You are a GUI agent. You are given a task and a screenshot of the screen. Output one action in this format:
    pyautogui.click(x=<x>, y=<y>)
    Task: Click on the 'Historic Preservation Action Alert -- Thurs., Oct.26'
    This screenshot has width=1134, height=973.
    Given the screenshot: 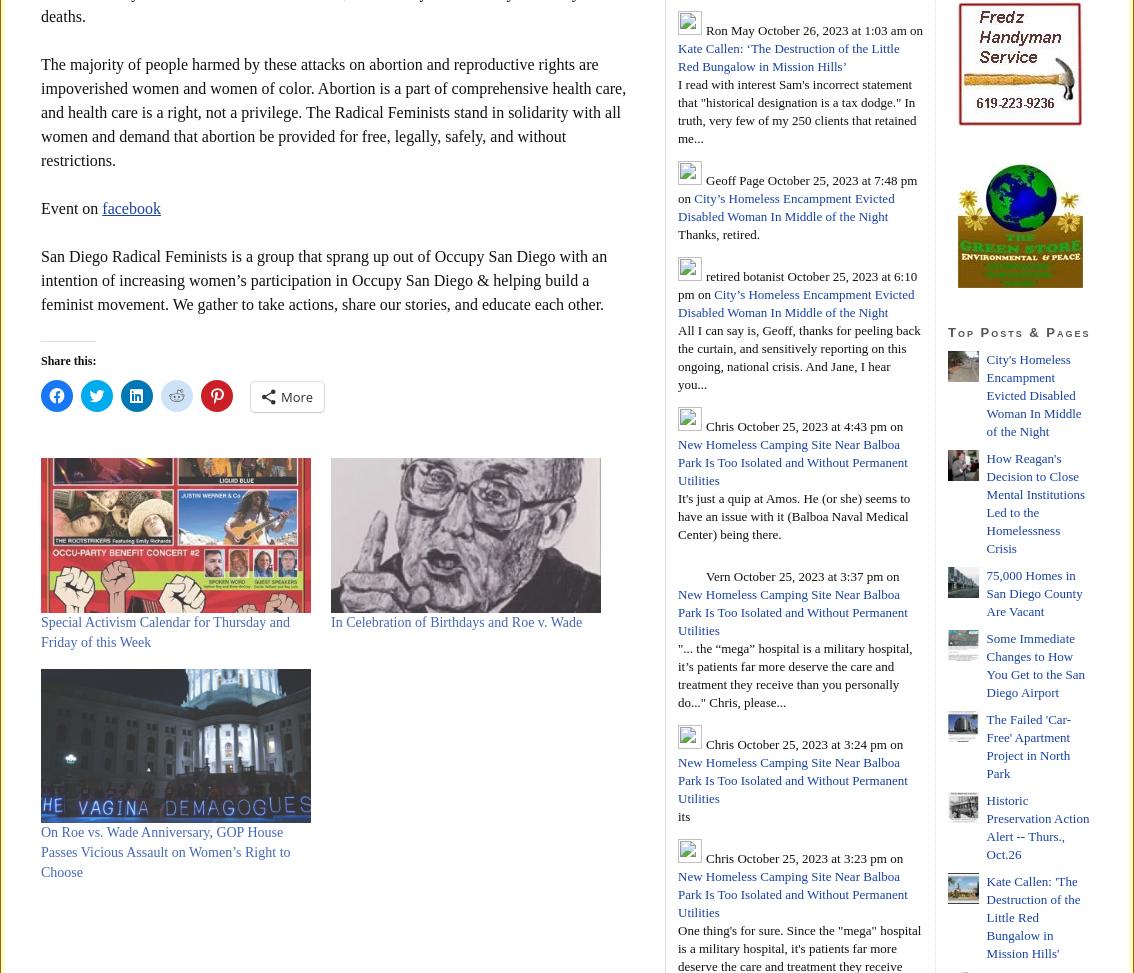 What is the action you would take?
    pyautogui.click(x=1037, y=825)
    